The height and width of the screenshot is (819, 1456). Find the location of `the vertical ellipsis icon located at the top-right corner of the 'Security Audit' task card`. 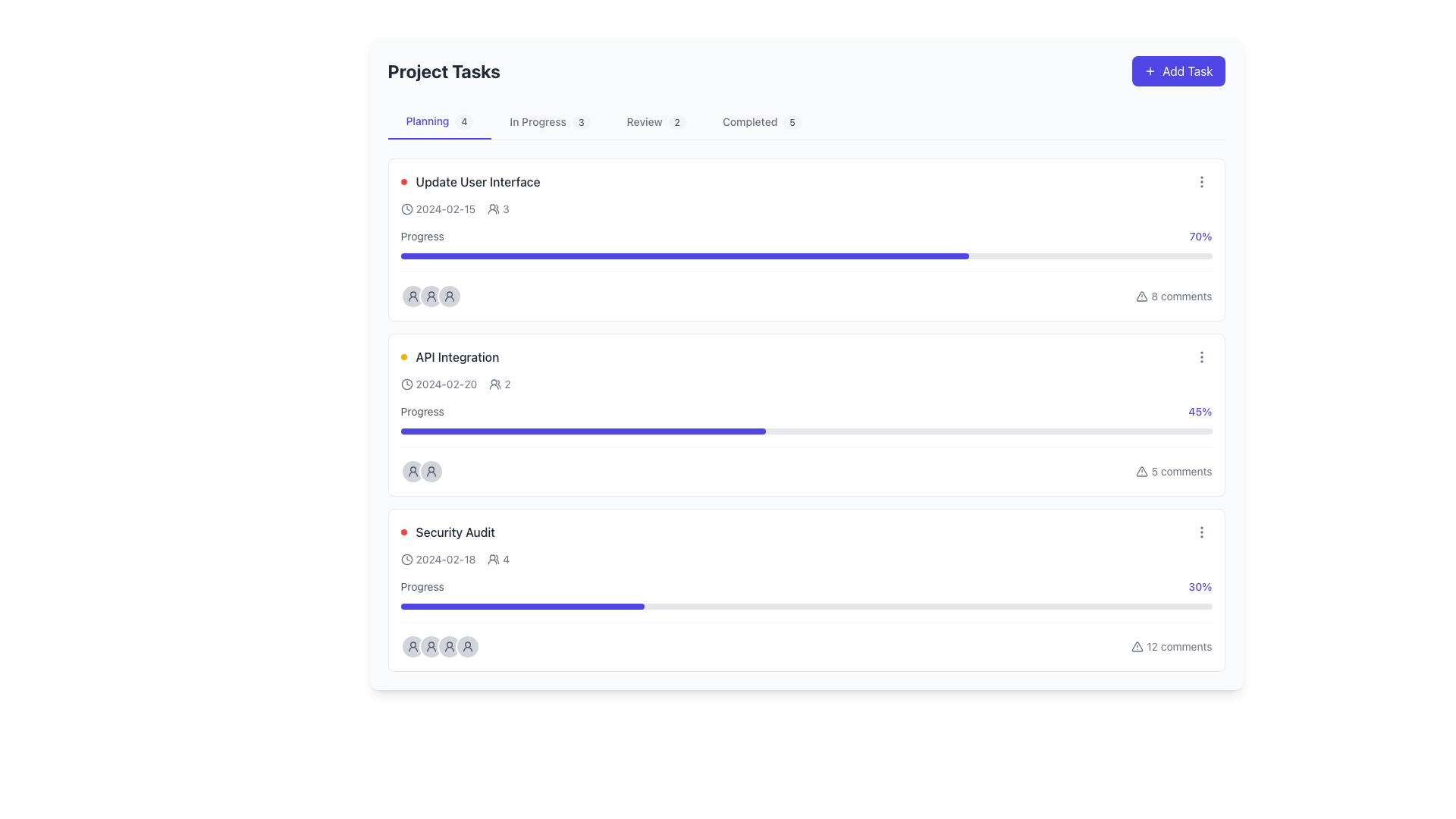

the vertical ellipsis icon located at the top-right corner of the 'Security Audit' task card is located at coordinates (1200, 532).